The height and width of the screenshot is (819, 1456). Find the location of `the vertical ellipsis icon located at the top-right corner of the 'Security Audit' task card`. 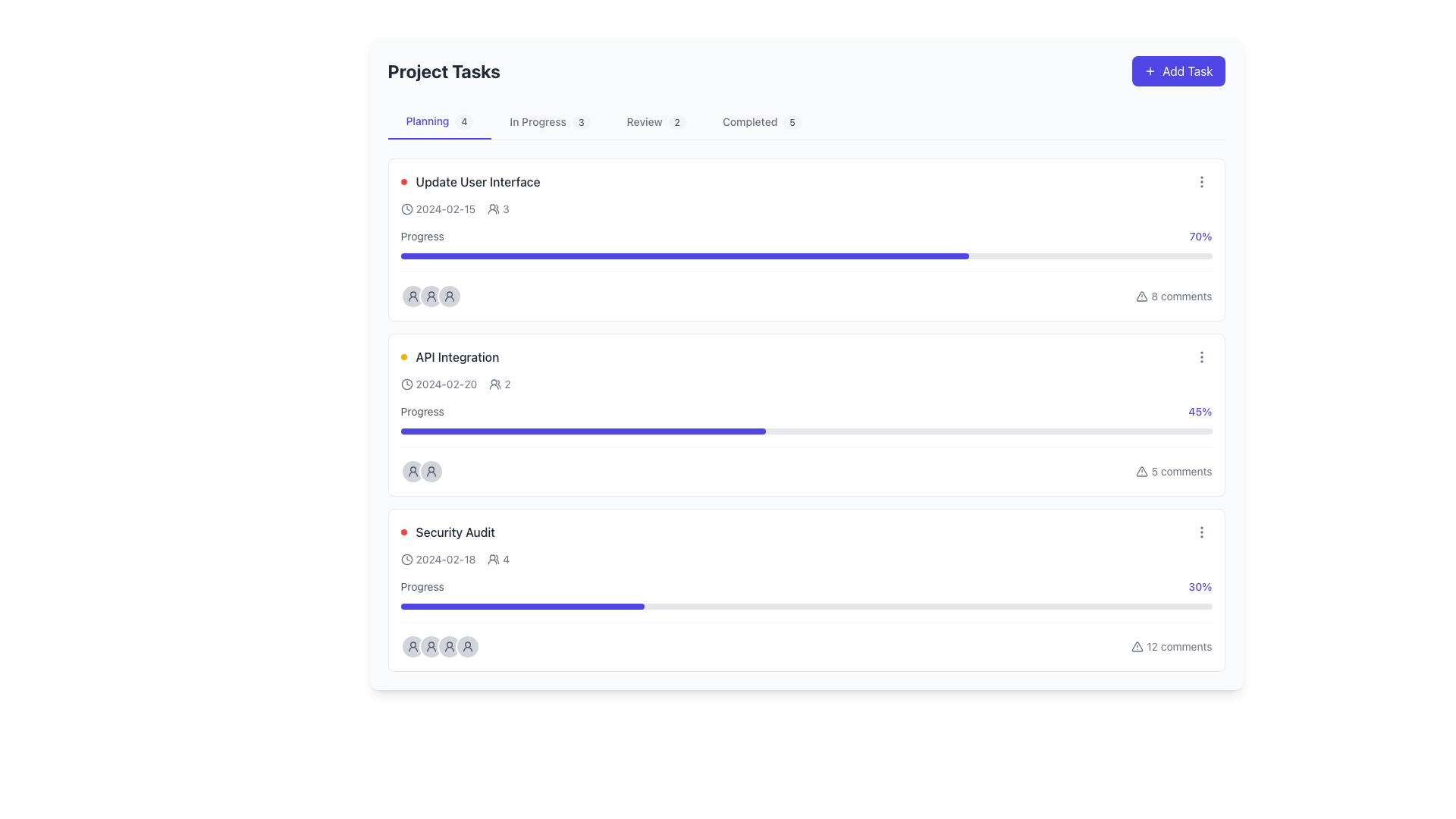

the vertical ellipsis icon located at the top-right corner of the 'Security Audit' task card is located at coordinates (1200, 532).